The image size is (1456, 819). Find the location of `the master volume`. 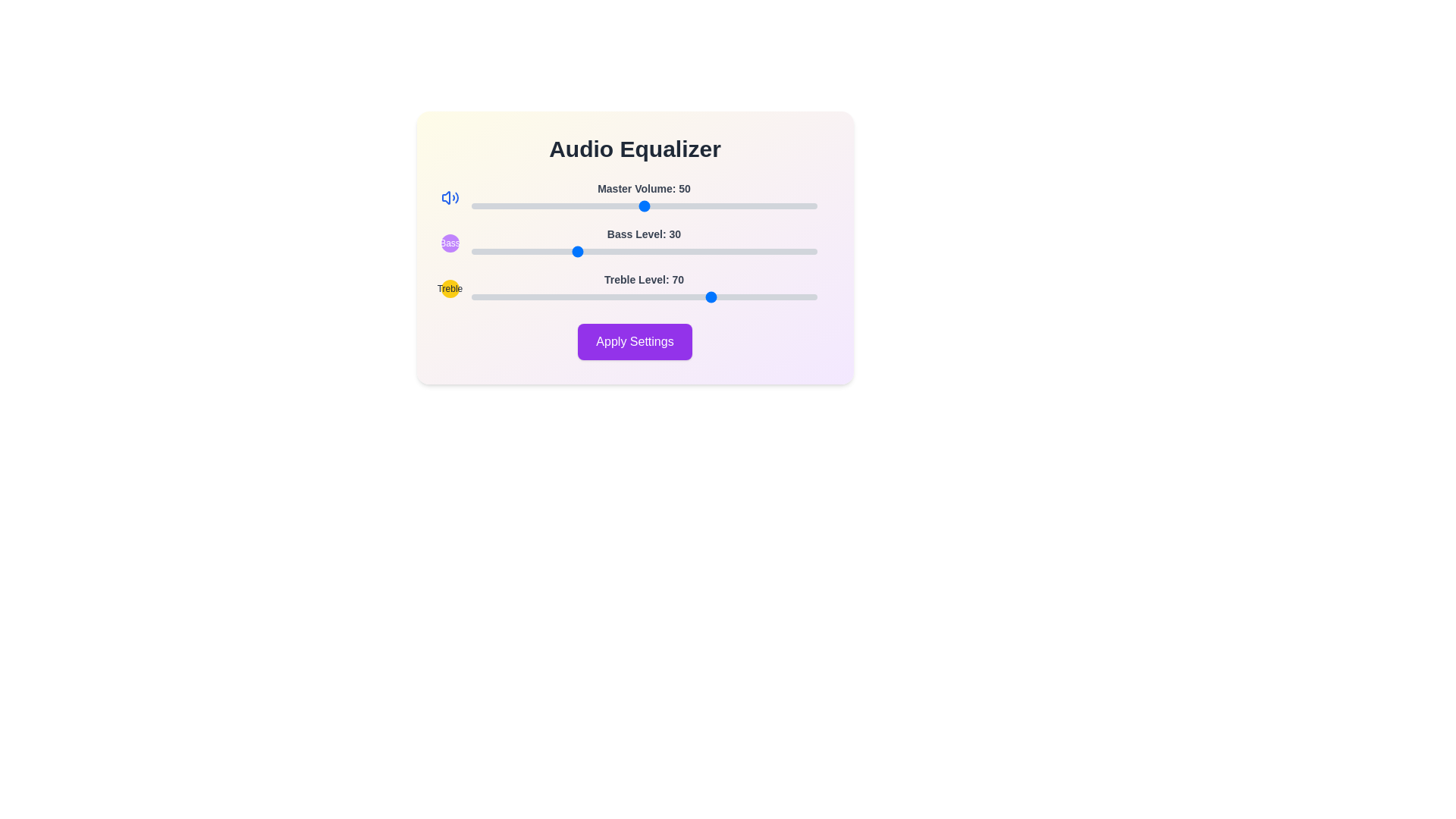

the master volume is located at coordinates (522, 206).